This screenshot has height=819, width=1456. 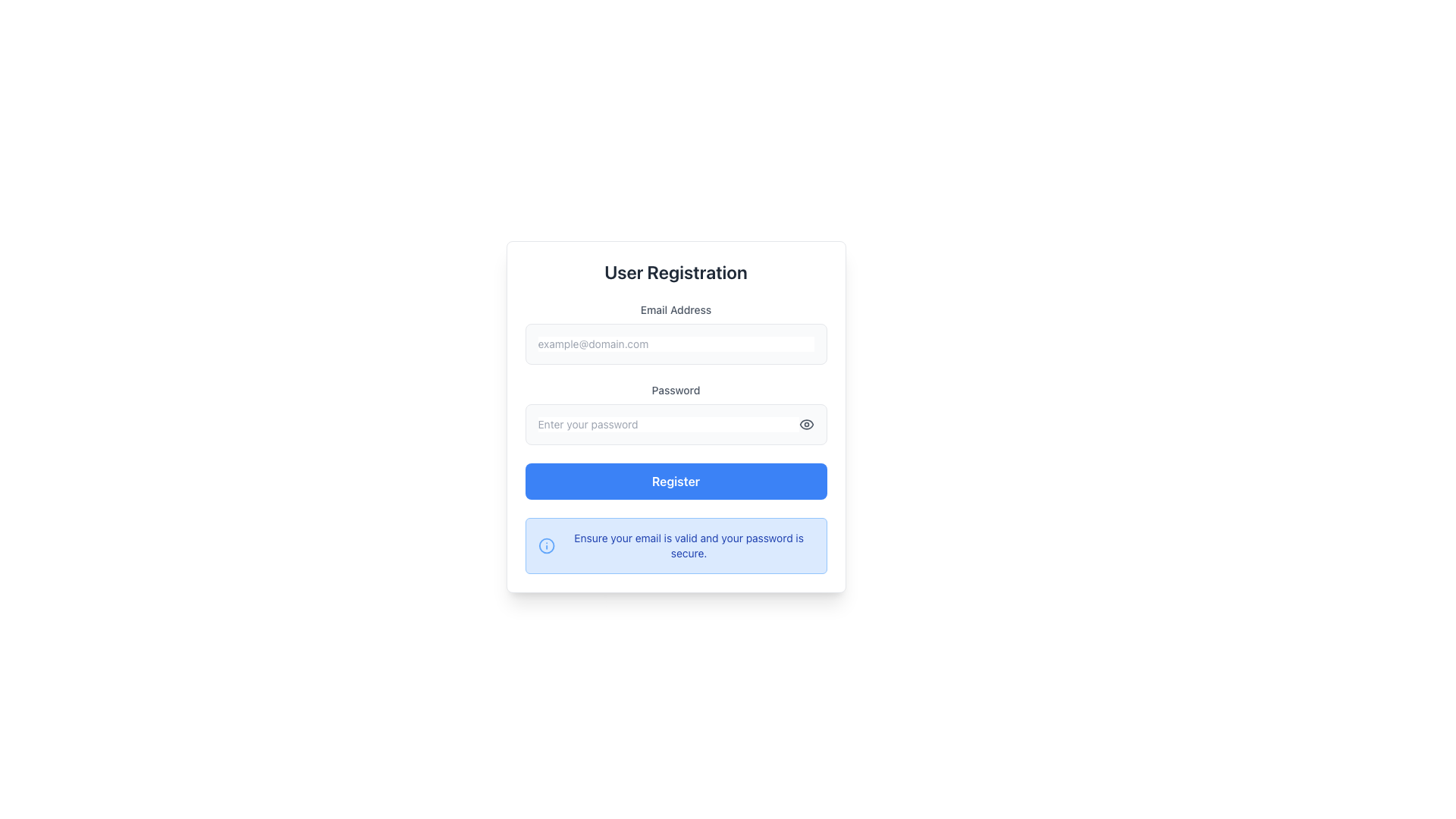 I want to click on the password input label, which is located beneath the 'Email Address' input label and above the 'Enter your password' text field, so click(x=675, y=390).